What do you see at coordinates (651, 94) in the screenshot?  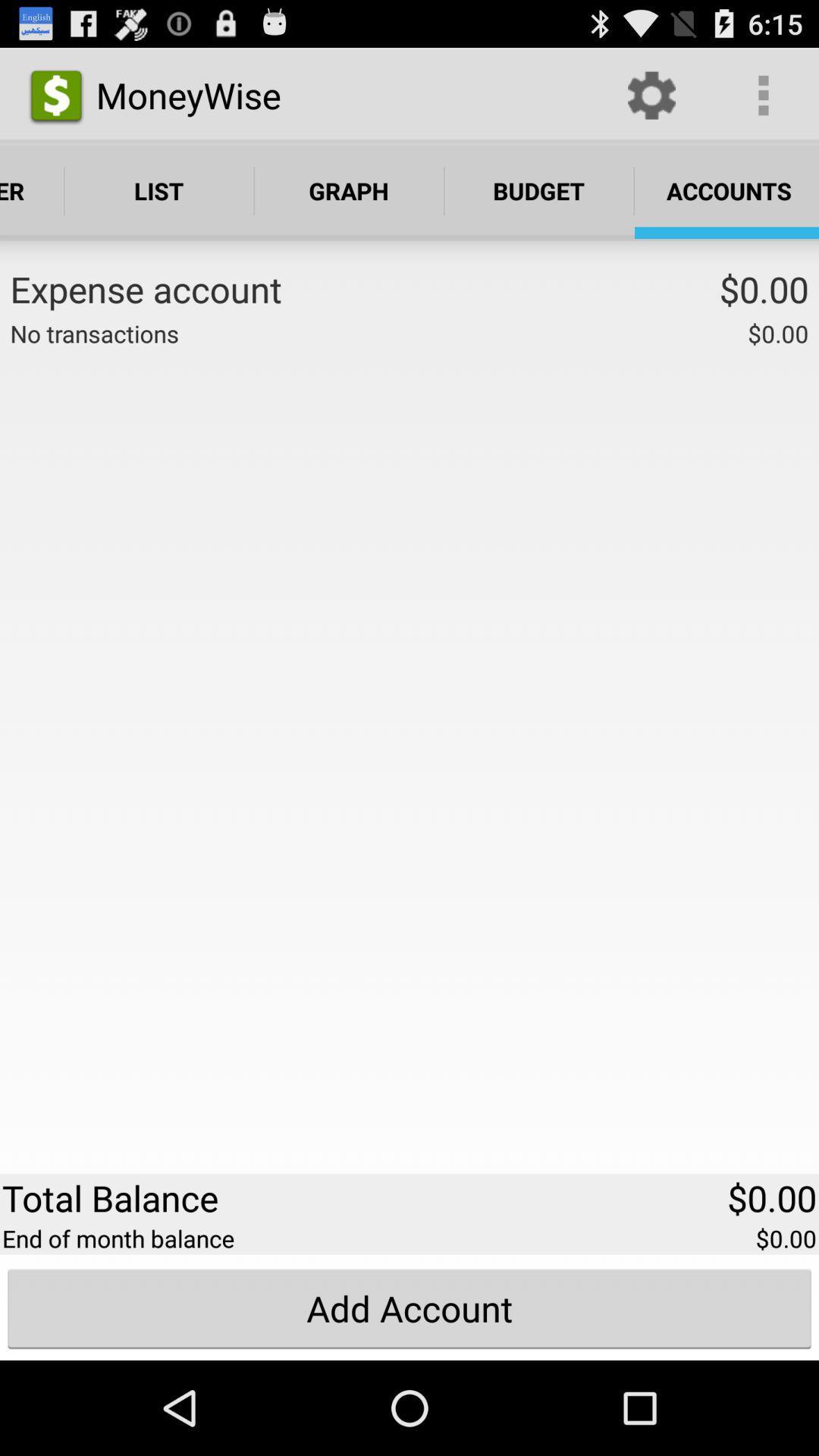 I see `icon above accounts` at bounding box center [651, 94].